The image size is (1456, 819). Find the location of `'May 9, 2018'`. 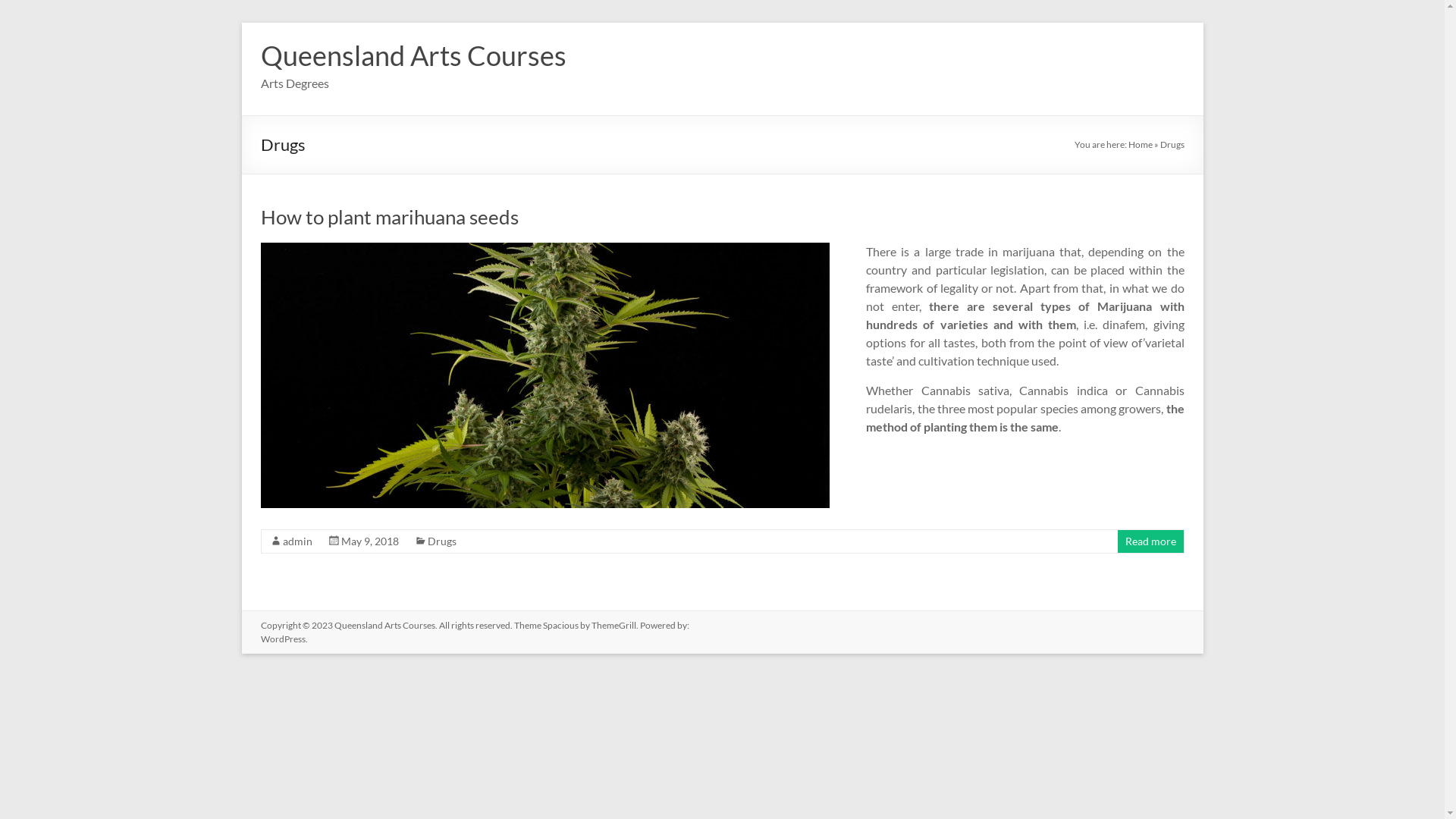

'May 9, 2018' is located at coordinates (370, 540).